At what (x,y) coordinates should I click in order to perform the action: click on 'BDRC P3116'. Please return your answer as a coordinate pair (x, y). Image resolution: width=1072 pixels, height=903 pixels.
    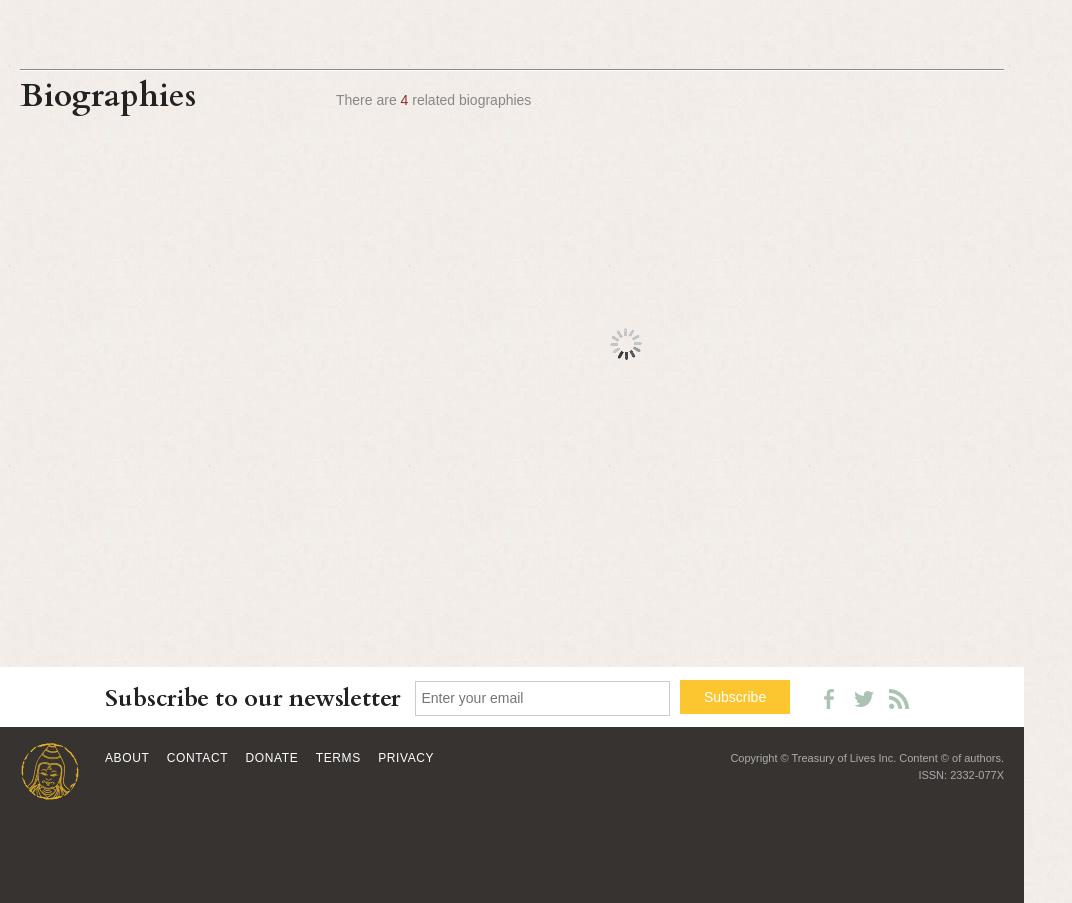
    Looking at the image, I should click on (568, 636).